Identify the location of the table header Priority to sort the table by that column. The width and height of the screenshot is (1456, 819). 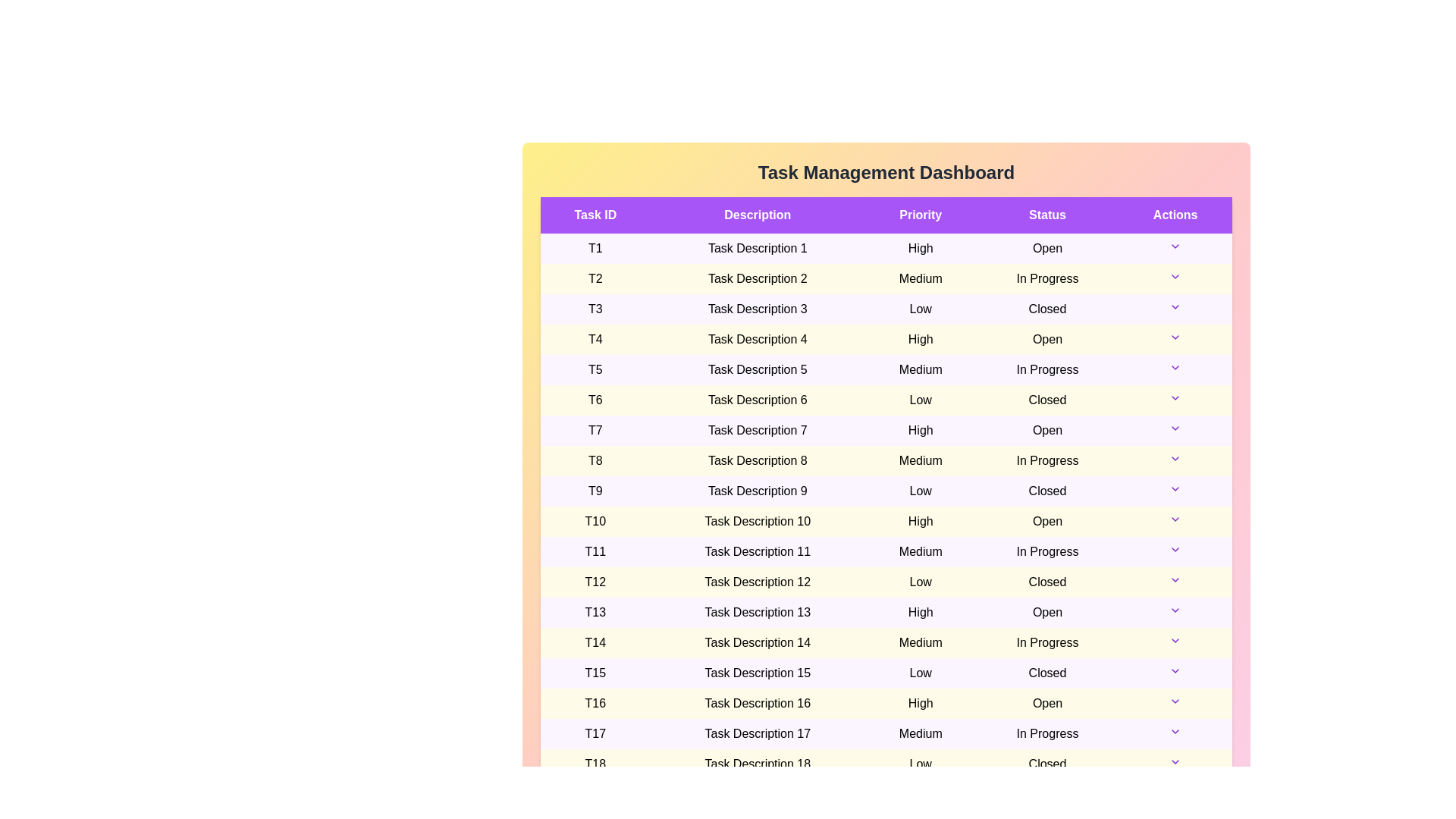
(920, 215).